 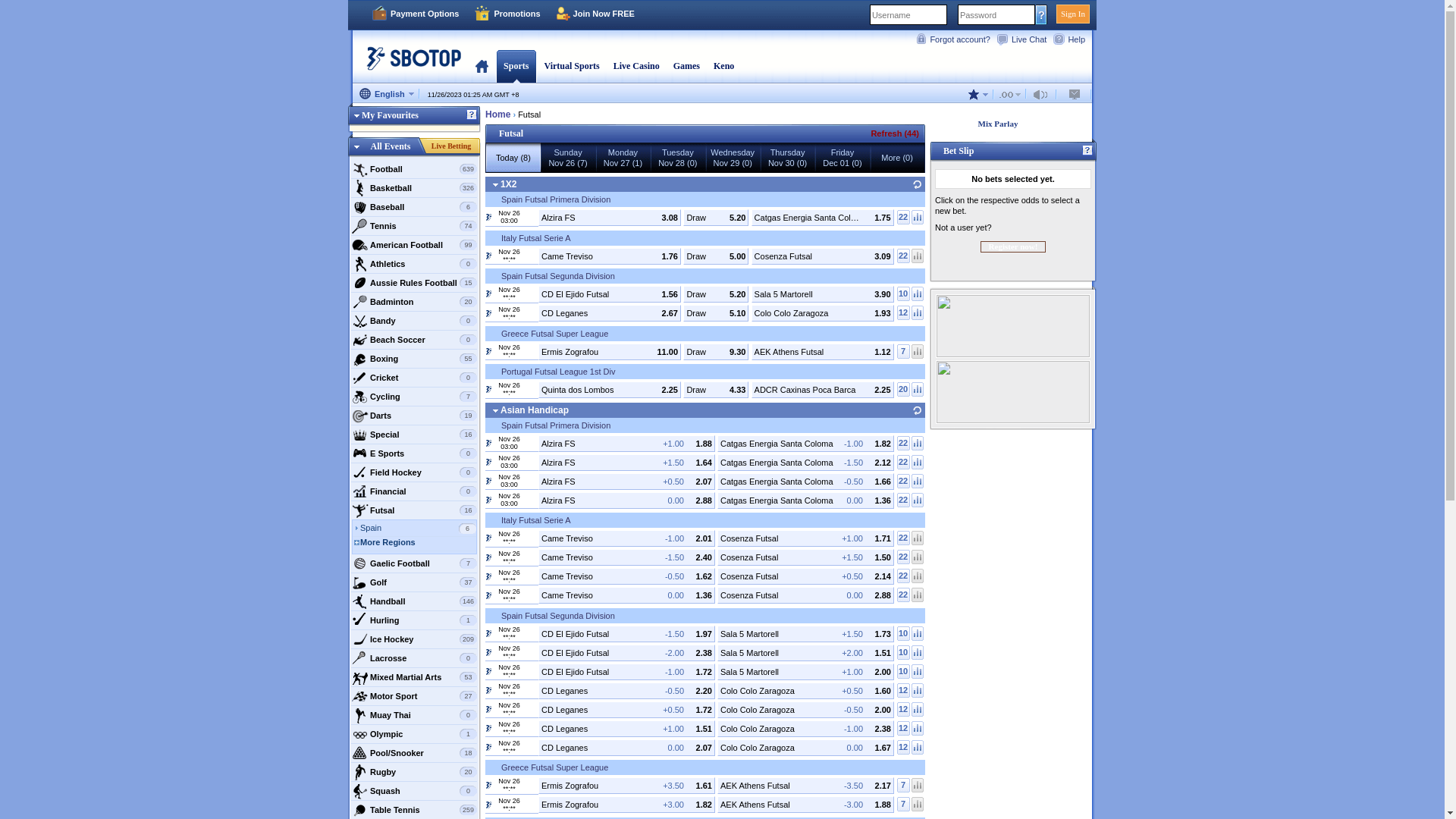 What do you see at coordinates (1012, 123) in the screenshot?
I see `'Mix Parlay` at bounding box center [1012, 123].